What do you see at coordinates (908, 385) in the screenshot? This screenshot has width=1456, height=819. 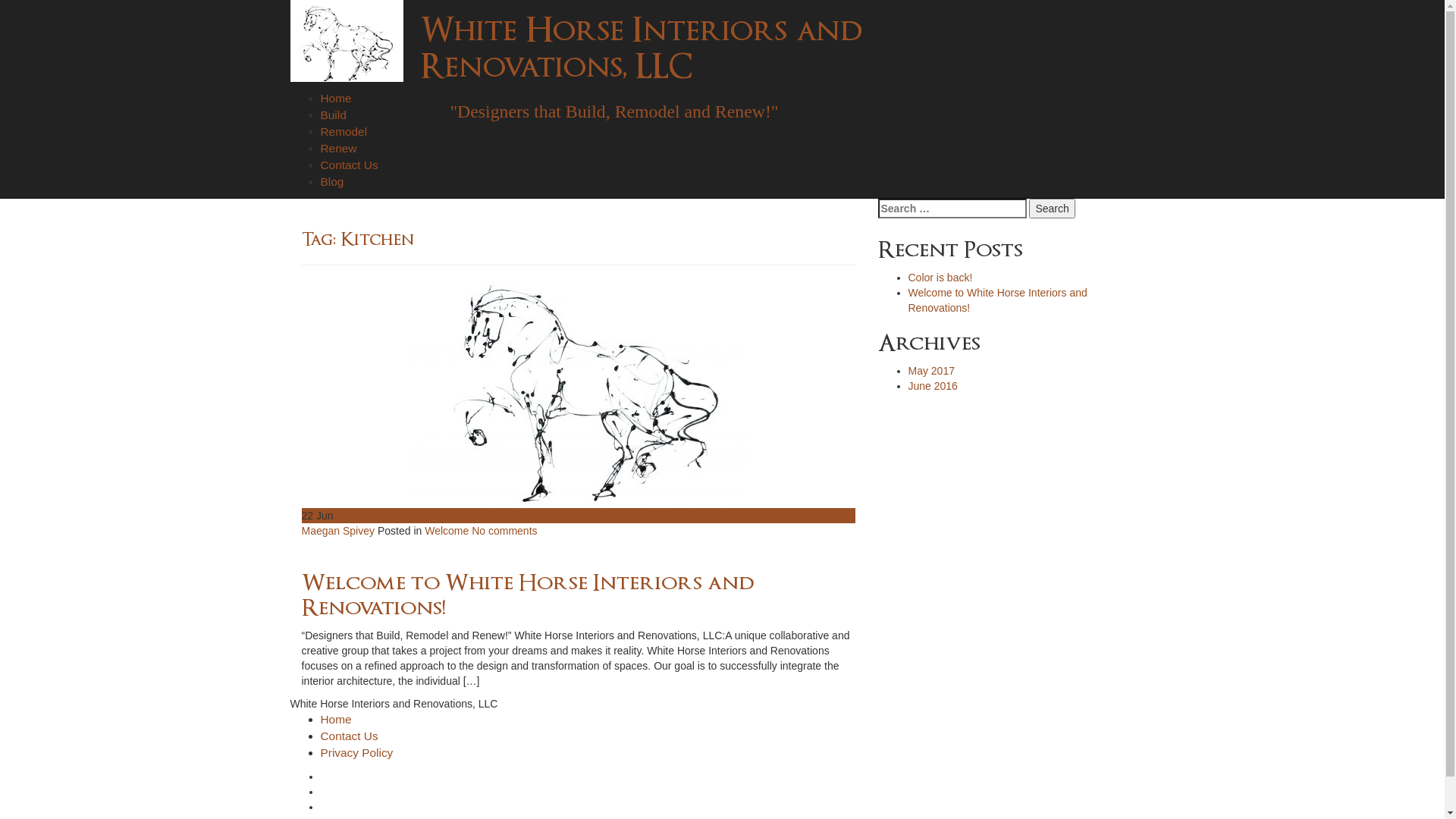 I see `'June 2016'` at bounding box center [908, 385].